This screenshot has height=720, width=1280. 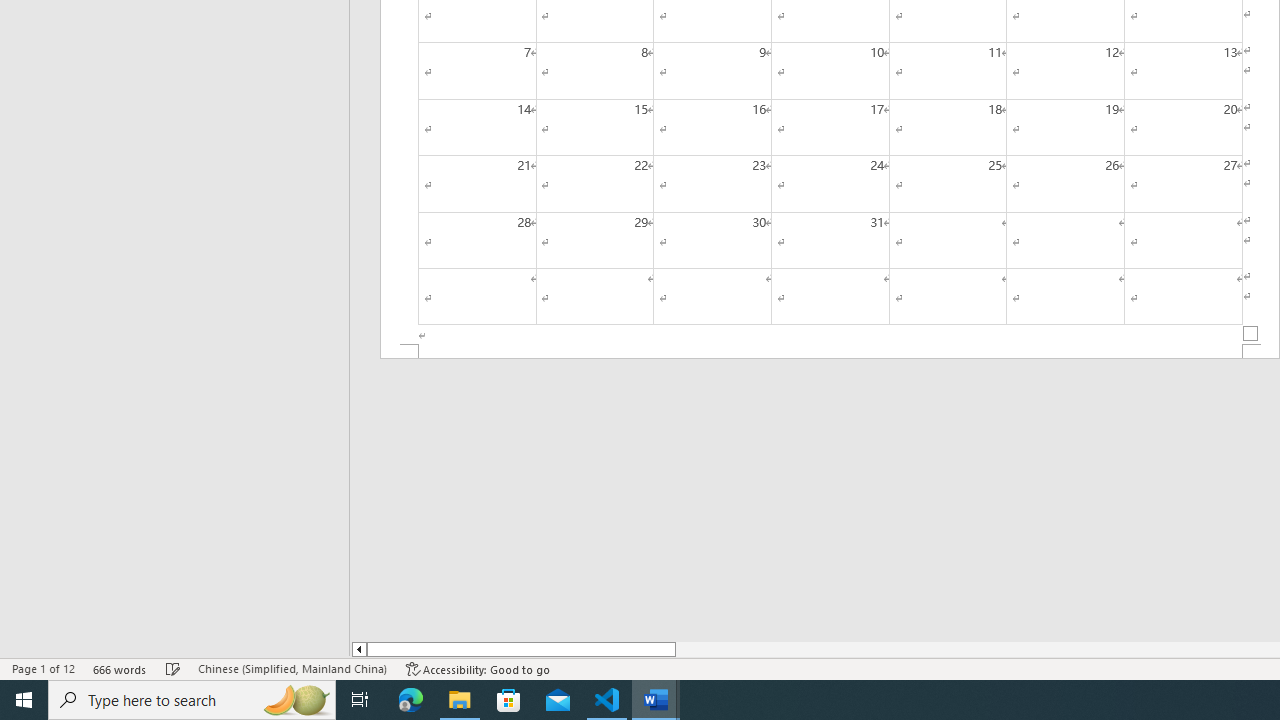 I want to click on 'Spelling and Grammar Check Checking', so click(x=173, y=669).